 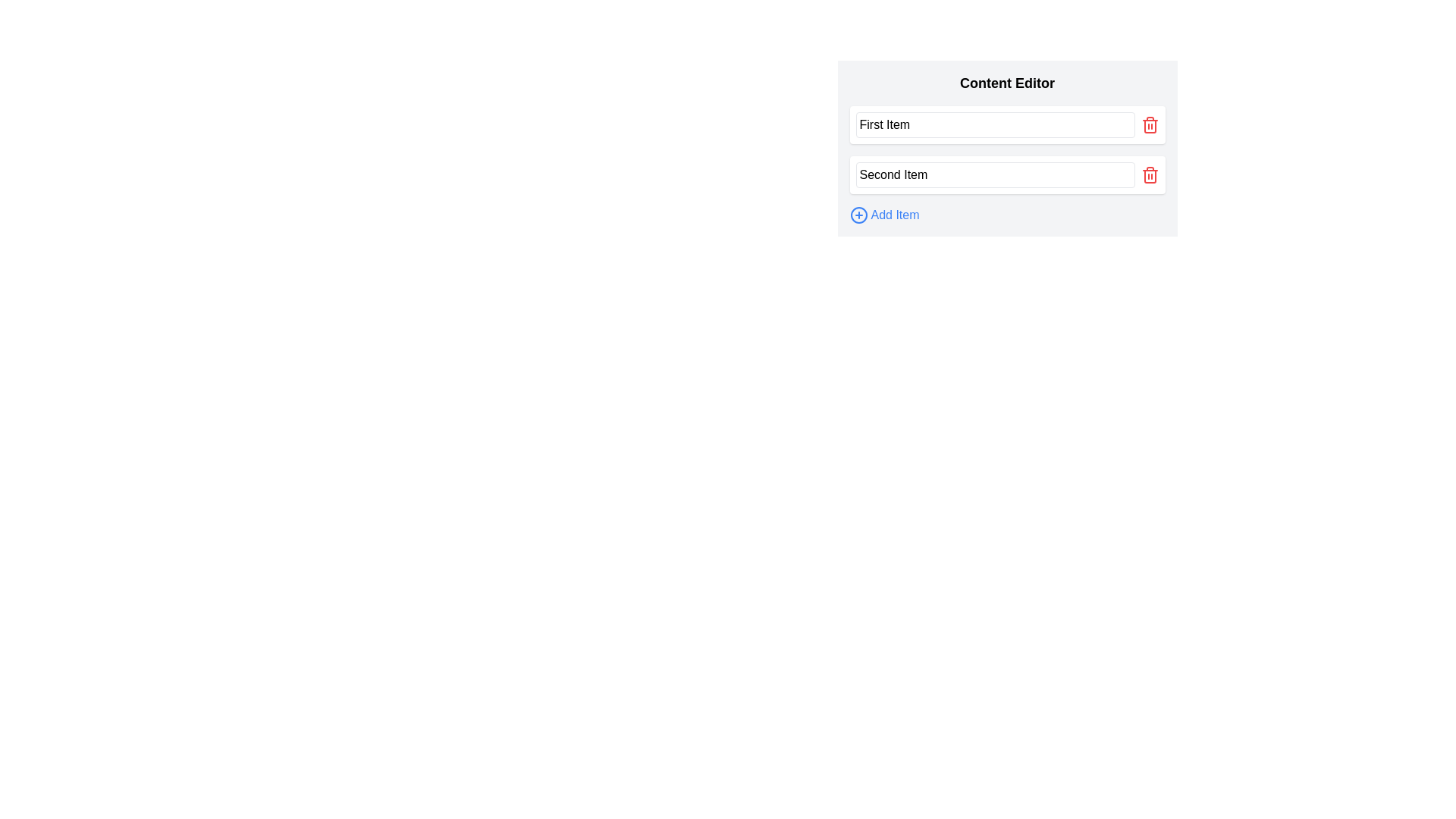 What do you see at coordinates (884, 215) in the screenshot?
I see `the 'Add Item' button located at the bottom of the content editor, which features a blue text label and a plus icon` at bounding box center [884, 215].